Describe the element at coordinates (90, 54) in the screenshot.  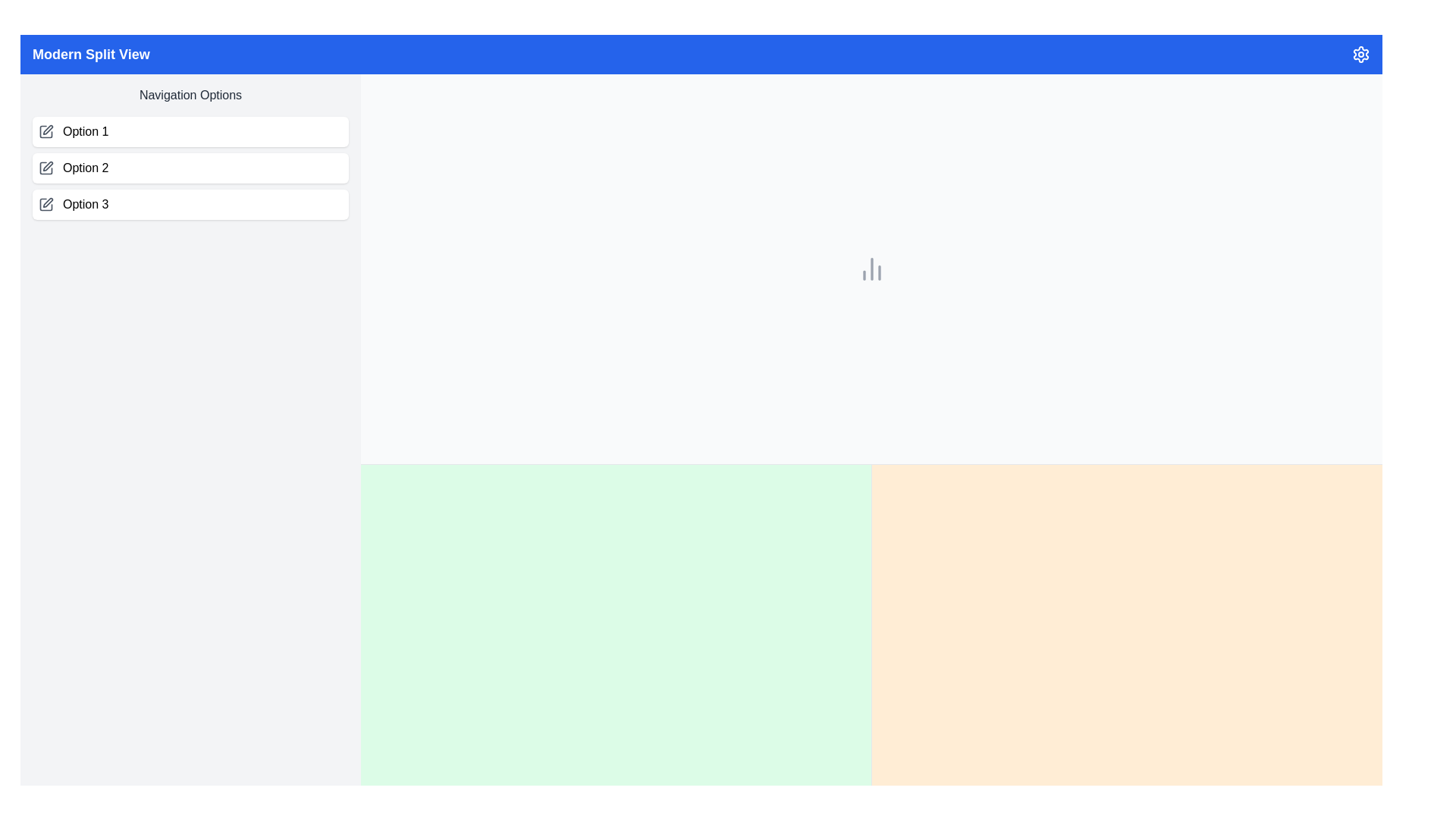
I see `the text label located in the top-left corner of the interface, which serves as the section's title within a horizontal blue header bar` at that location.